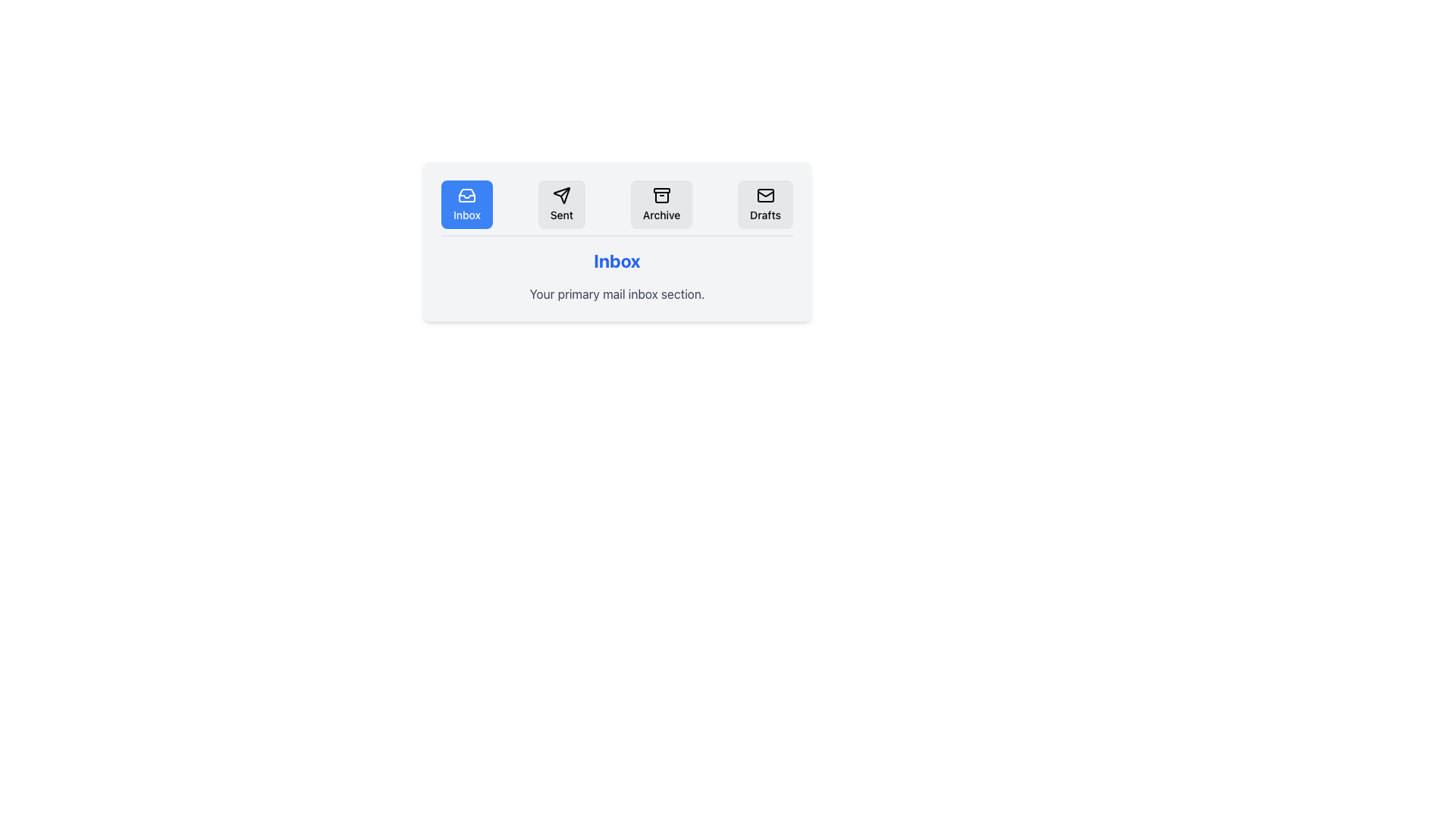 The image size is (1456, 819). What do you see at coordinates (560, 215) in the screenshot?
I see `'Sent' label displayed in medium font size below the send icon, which is part of the second button from the left in a group of four buttons at the top of the interface` at bounding box center [560, 215].